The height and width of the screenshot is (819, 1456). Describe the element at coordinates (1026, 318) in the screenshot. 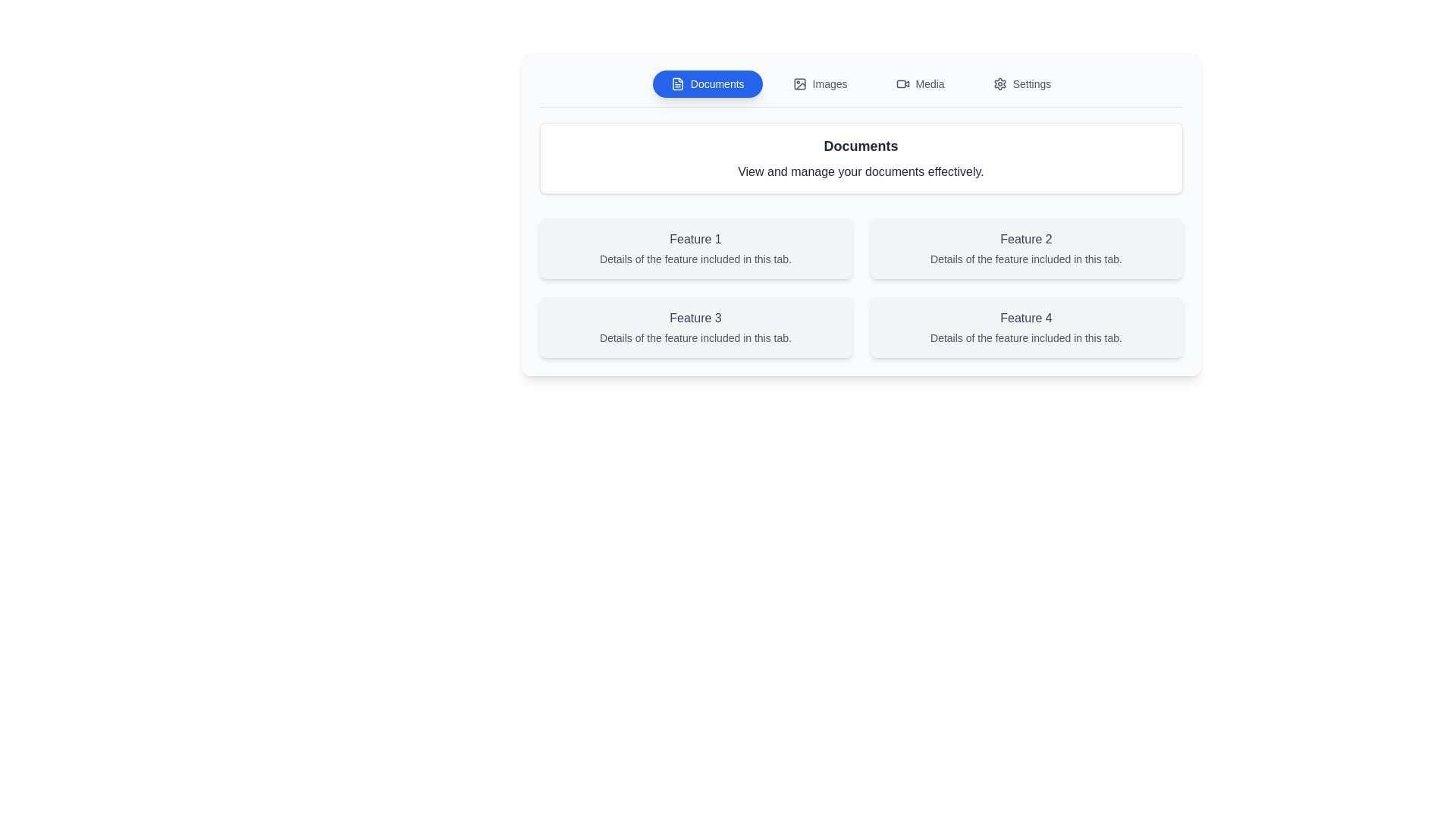

I see `the Text label that provides the title or label for the feature section, located in the bottom-right box of the grid in the central area of the interface` at that location.